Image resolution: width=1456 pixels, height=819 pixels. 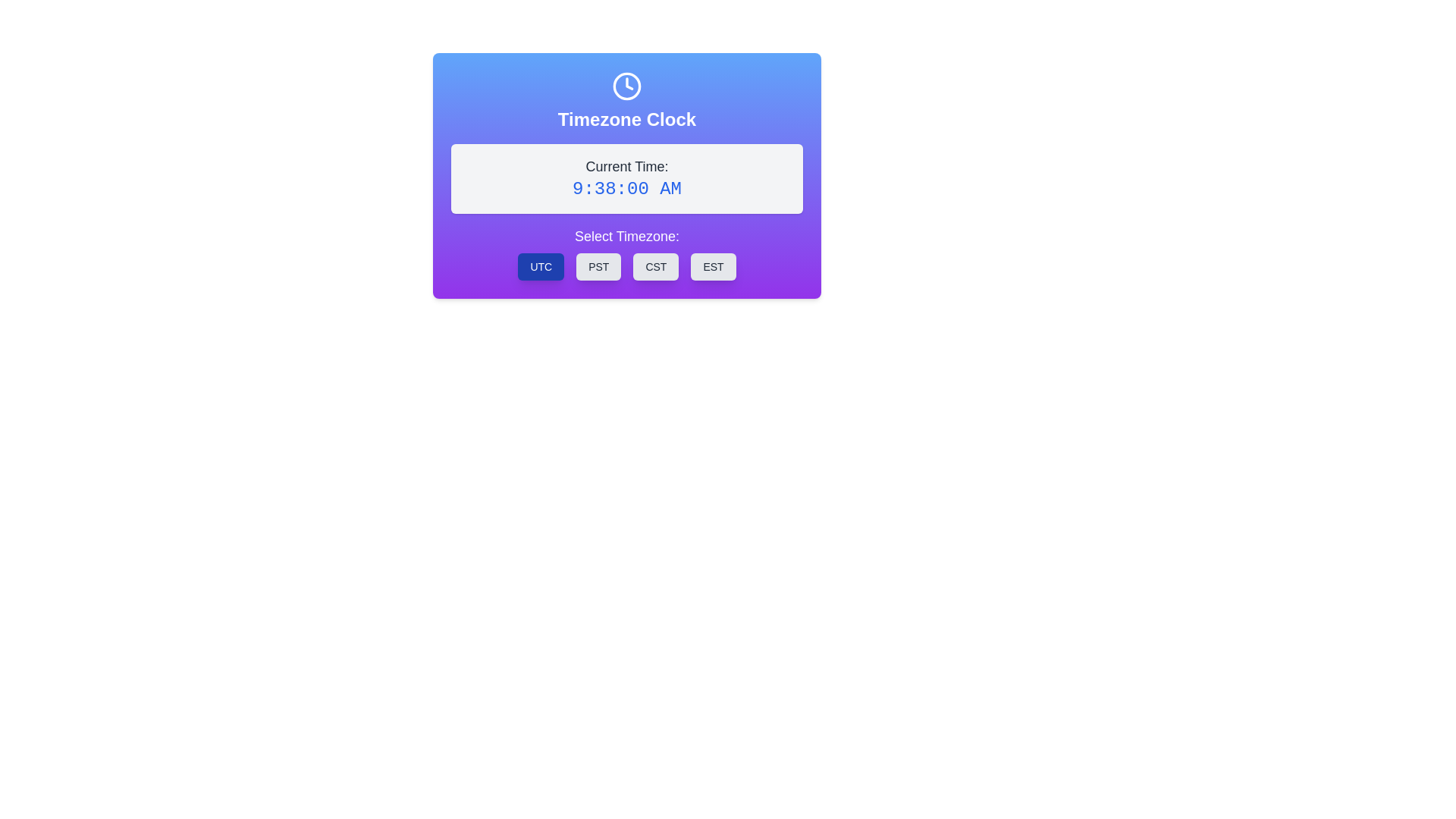 What do you see at coordinates (541, 265) in the screenshot?
I see `the 'UTC' time zone button located directly below the 'Select Timezone' label` at bounding box center [541, 265].